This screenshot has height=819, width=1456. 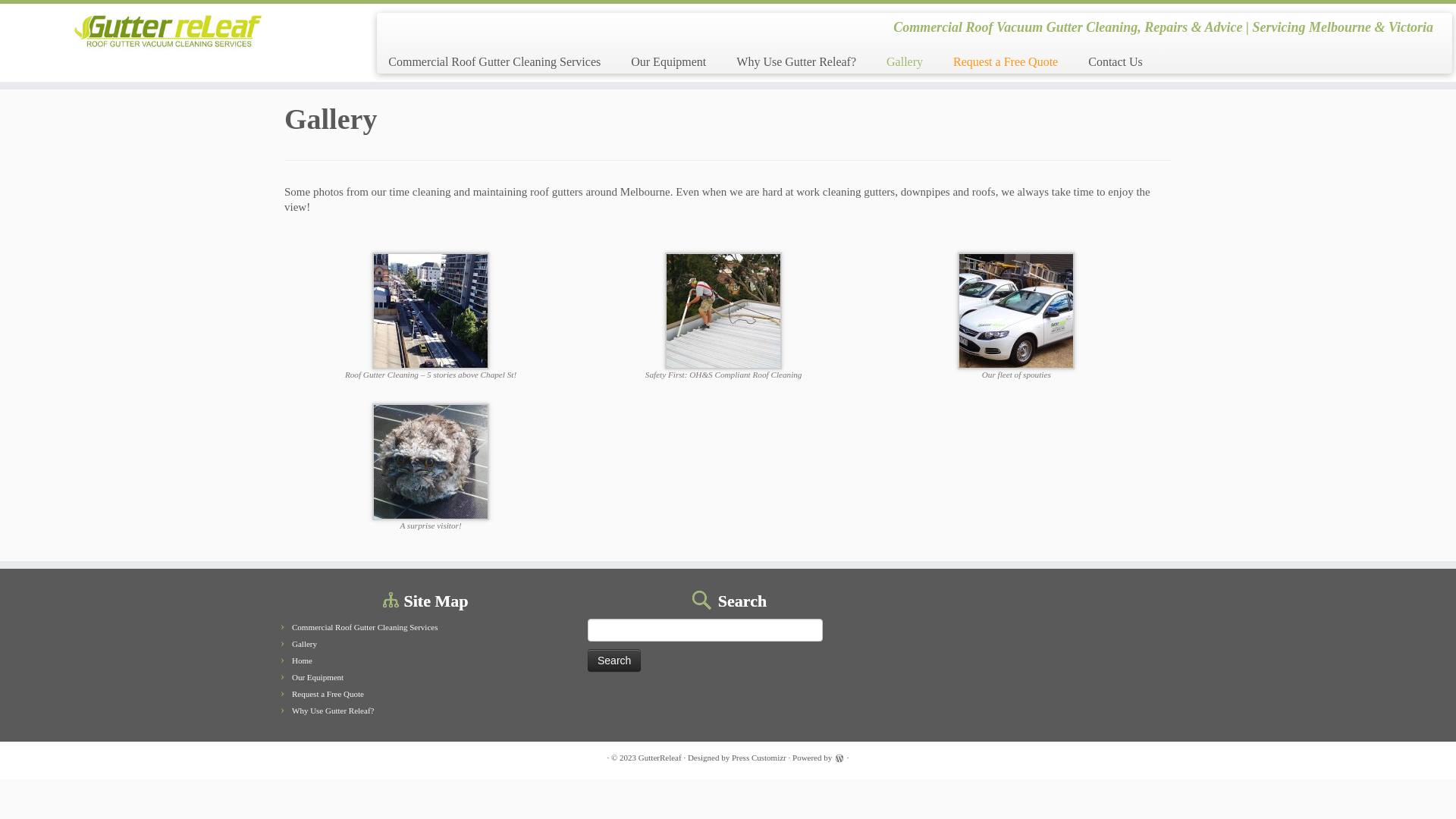 I want to click on 'Request a Free Quote', so click(x=1005, y=61).